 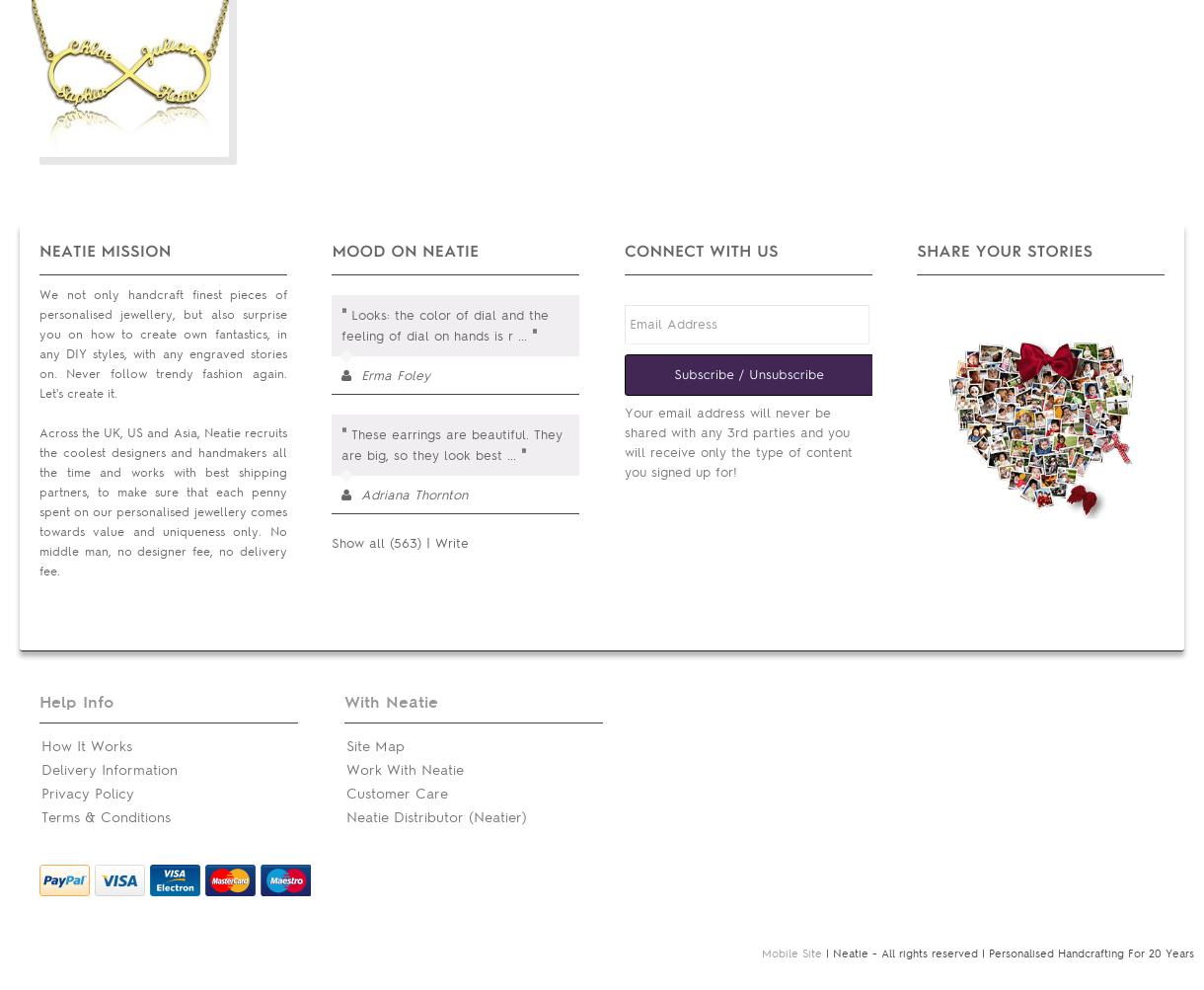 I want to click on 'Neatier Portal', so click(x=776, y=745).